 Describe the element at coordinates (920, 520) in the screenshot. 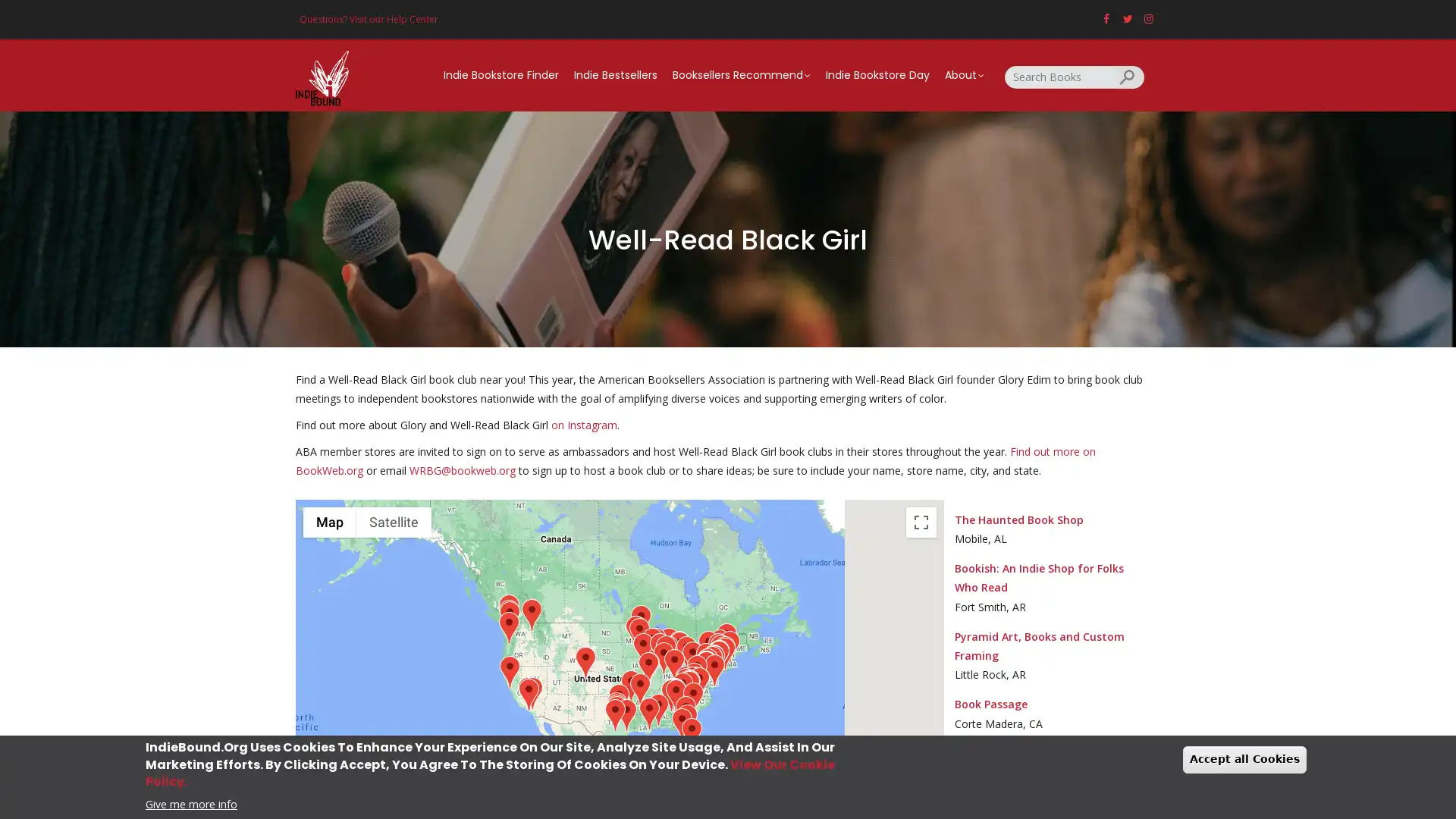

I see `Toggle fullscreen view` at that location.